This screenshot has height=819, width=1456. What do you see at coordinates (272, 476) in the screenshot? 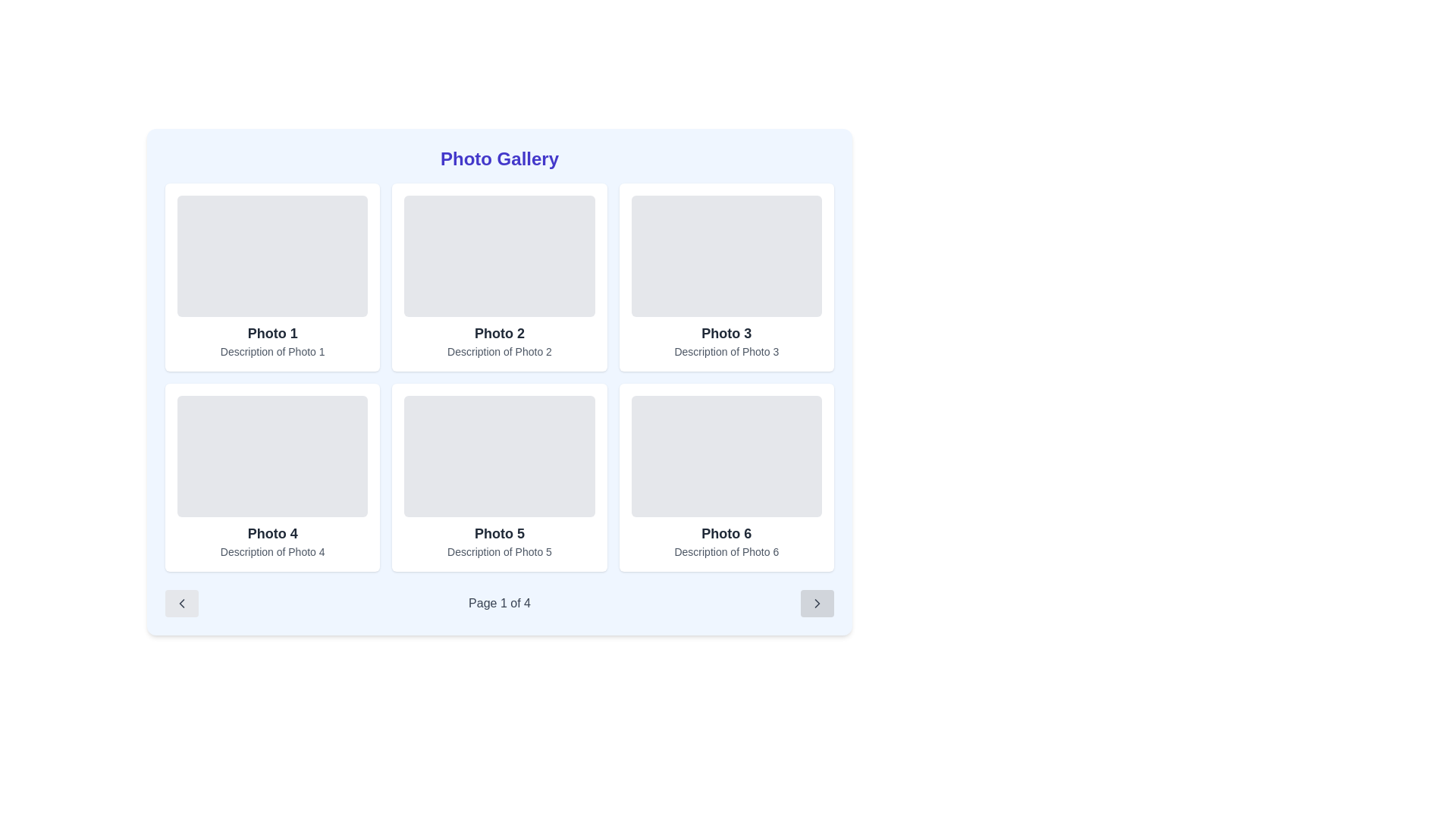
I see `the card located in the bottom left corner of the grid layout` at bounding box center [272, 476].